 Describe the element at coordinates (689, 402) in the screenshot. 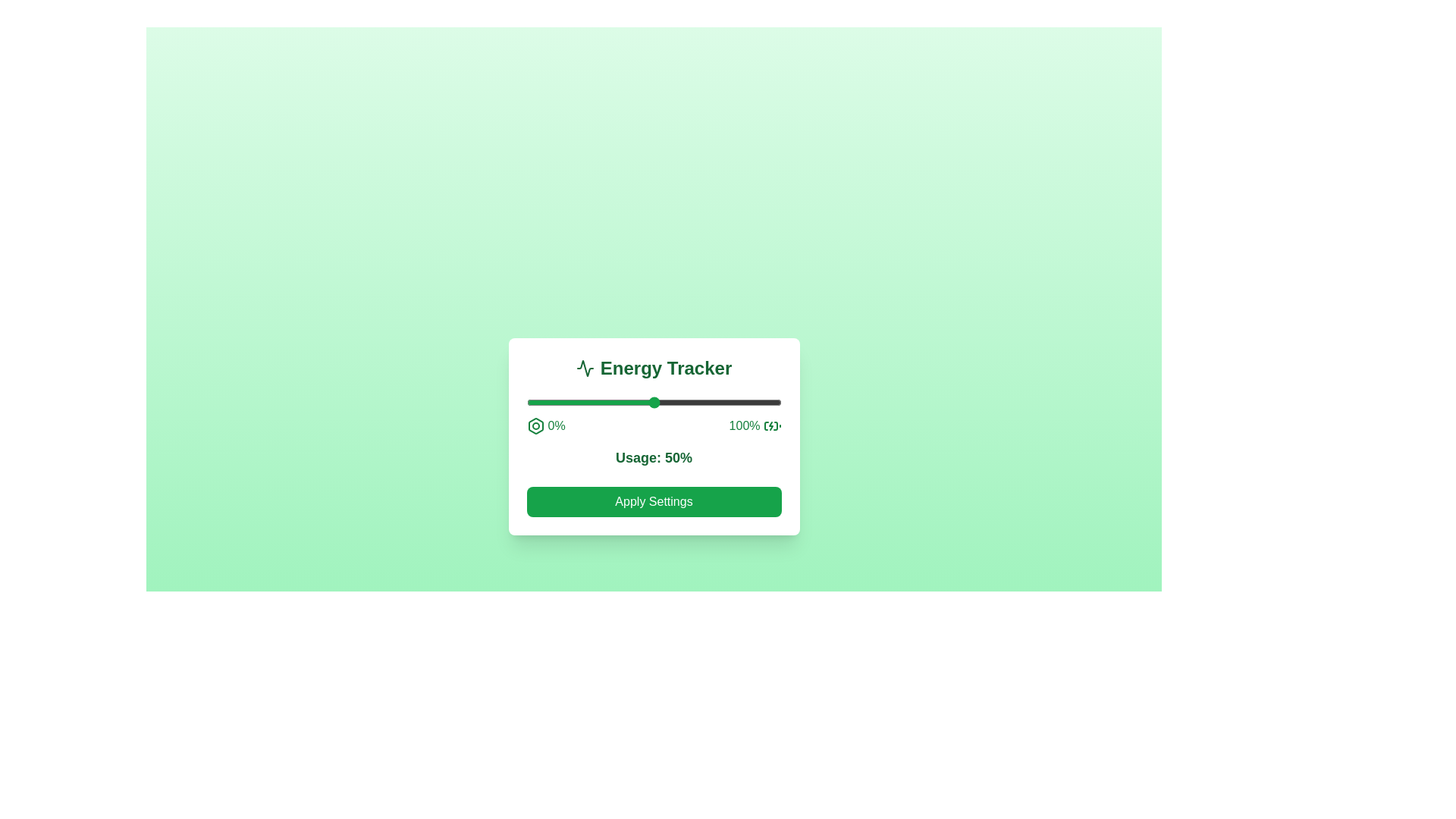

I see `the energy usage slider to 64%` at that location.